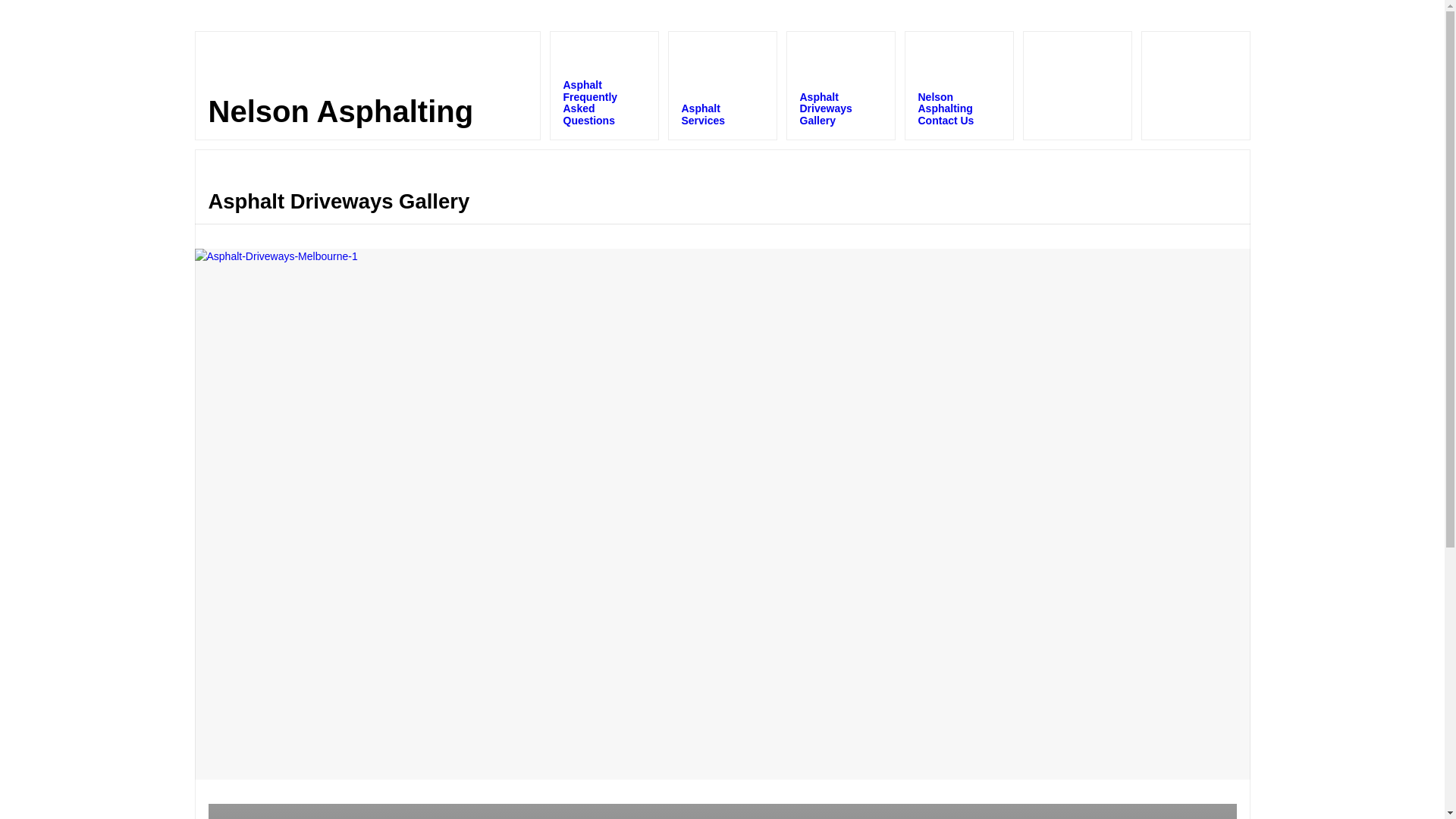 This screenshot has height=819, width=1456. I want to click on 'Nelson Asphalting Contact Us', so click(957, 85).